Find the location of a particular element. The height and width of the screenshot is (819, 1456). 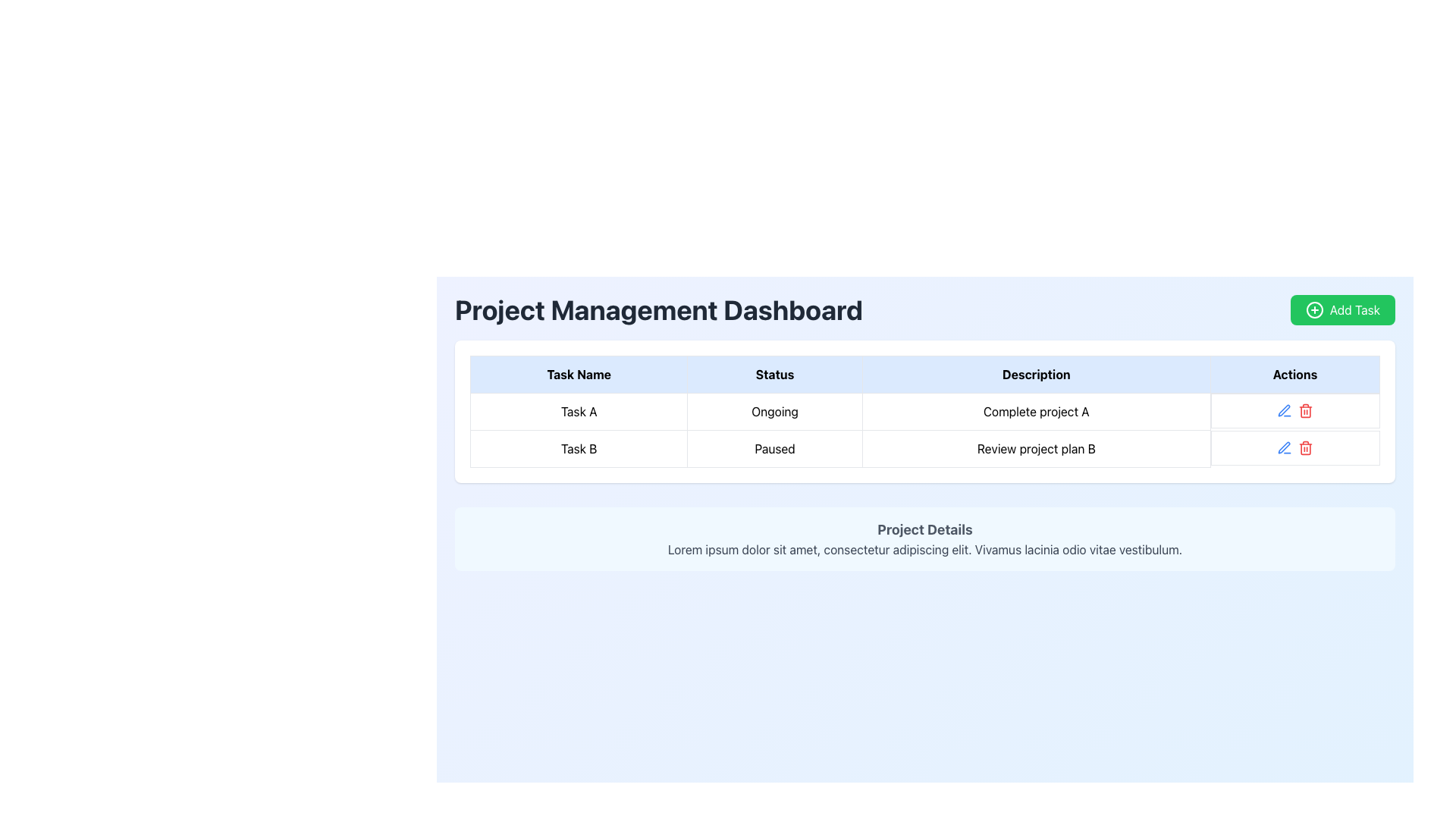

the static text label 'Task Name', which is styled with padding and a border, serving as the header for a column in a grid layout is located at coordinates (578, 374).